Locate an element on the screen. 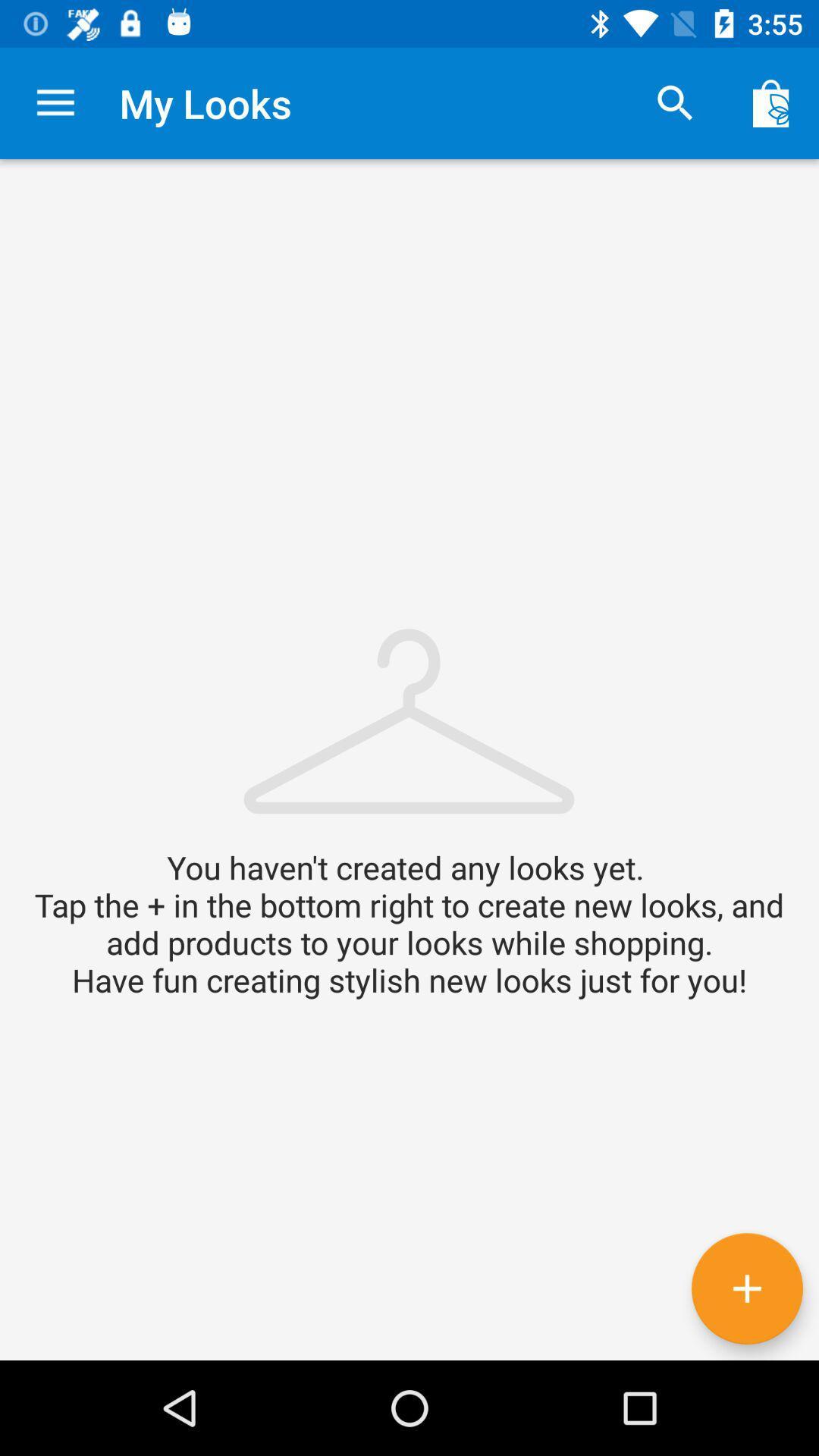  the icon below the you haven t icon is located at coordinates (746, 1288).